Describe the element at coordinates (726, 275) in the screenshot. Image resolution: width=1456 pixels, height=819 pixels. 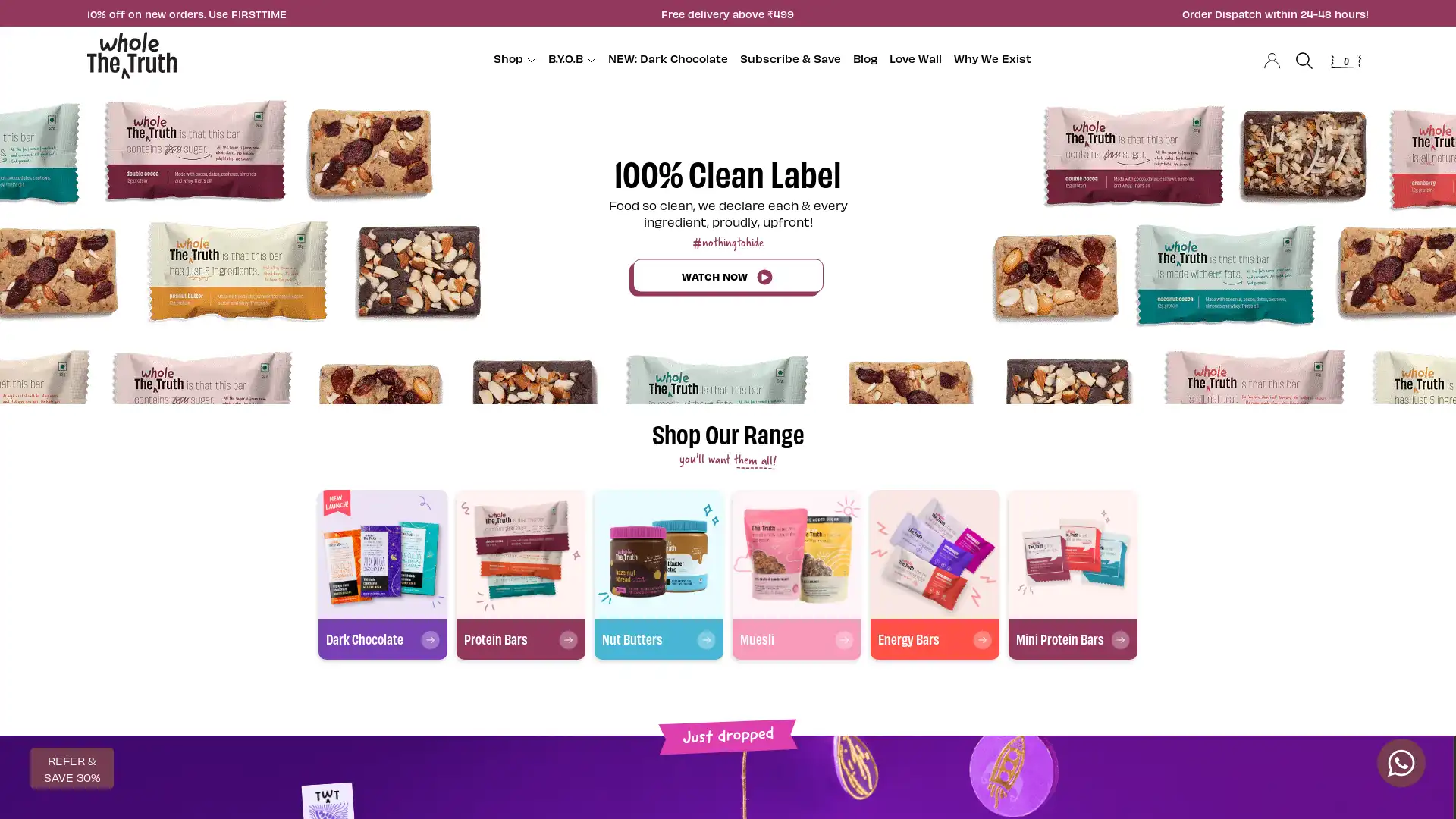
I see `WATCH NOW` at that location.